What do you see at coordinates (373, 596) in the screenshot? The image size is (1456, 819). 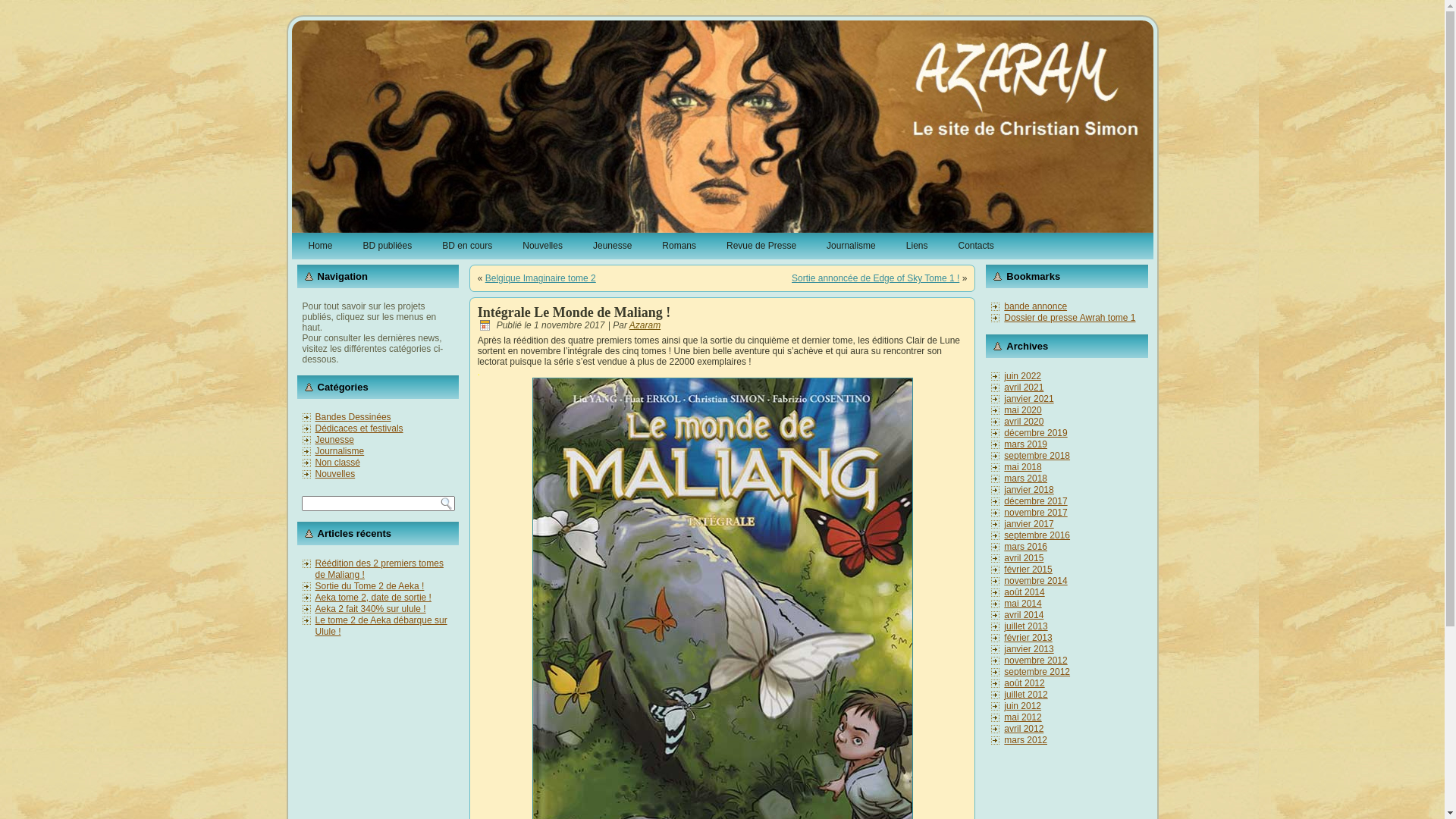 I see `'Aeka tome 2, date de sortie !'` at bounding box center [373, 596].